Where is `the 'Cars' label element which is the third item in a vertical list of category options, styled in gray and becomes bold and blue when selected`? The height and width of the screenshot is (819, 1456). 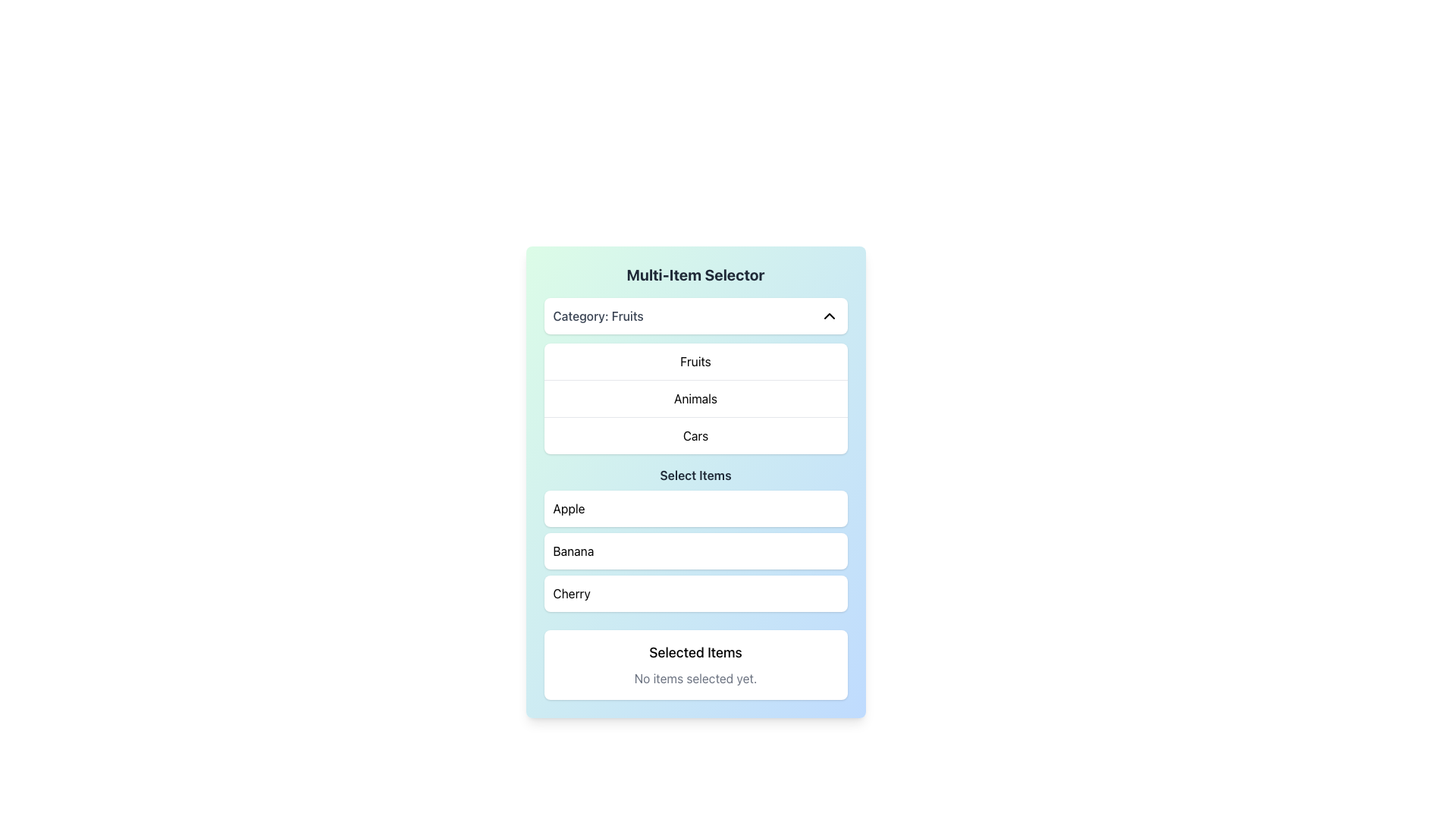
the 'Cars' label element which is the third item in a vertical list of category options, styled in gray and becomes bold and blue when selected is located at coordinates (695, 435).